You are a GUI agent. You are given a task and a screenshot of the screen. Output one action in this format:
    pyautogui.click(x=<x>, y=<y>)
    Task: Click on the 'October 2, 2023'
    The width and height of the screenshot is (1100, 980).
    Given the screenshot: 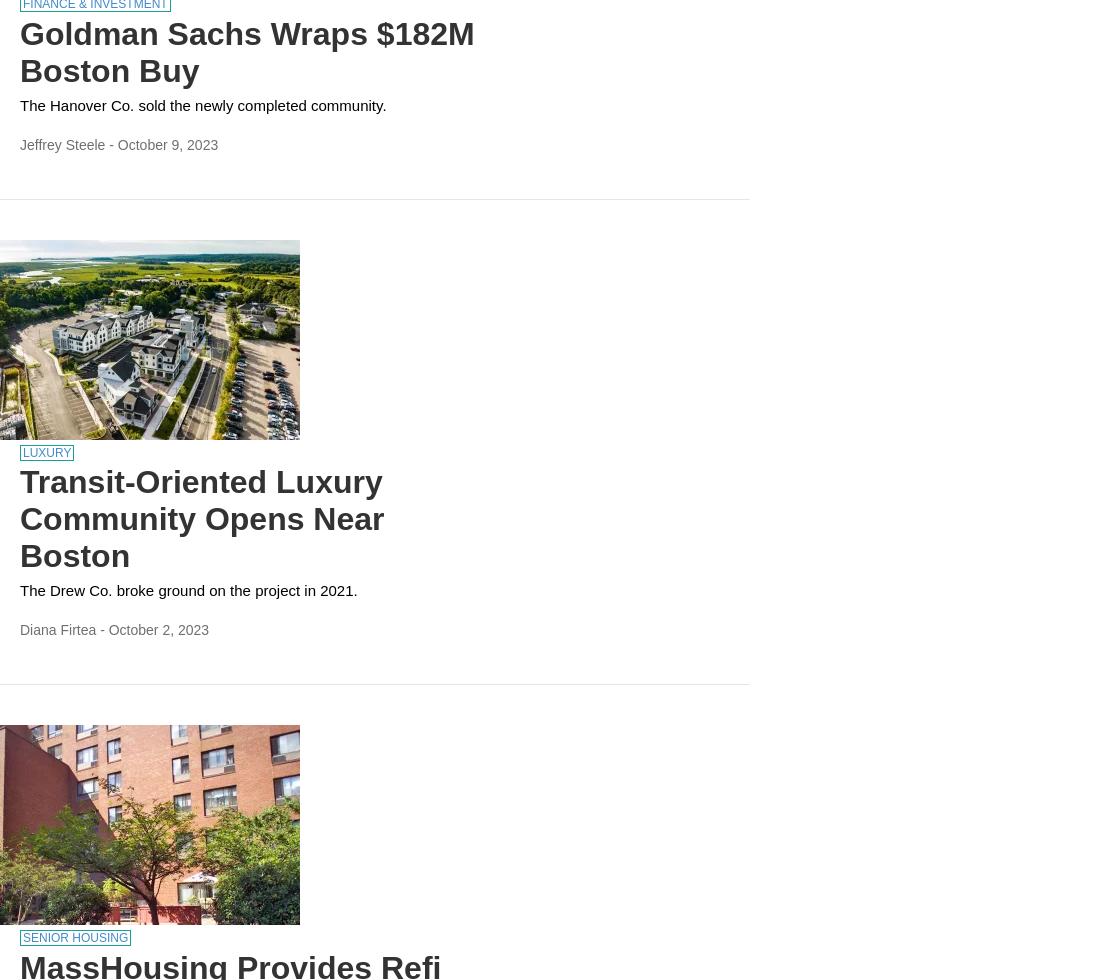 What is the action you would take?
    pyautogui.click(x=157, y=630)
    